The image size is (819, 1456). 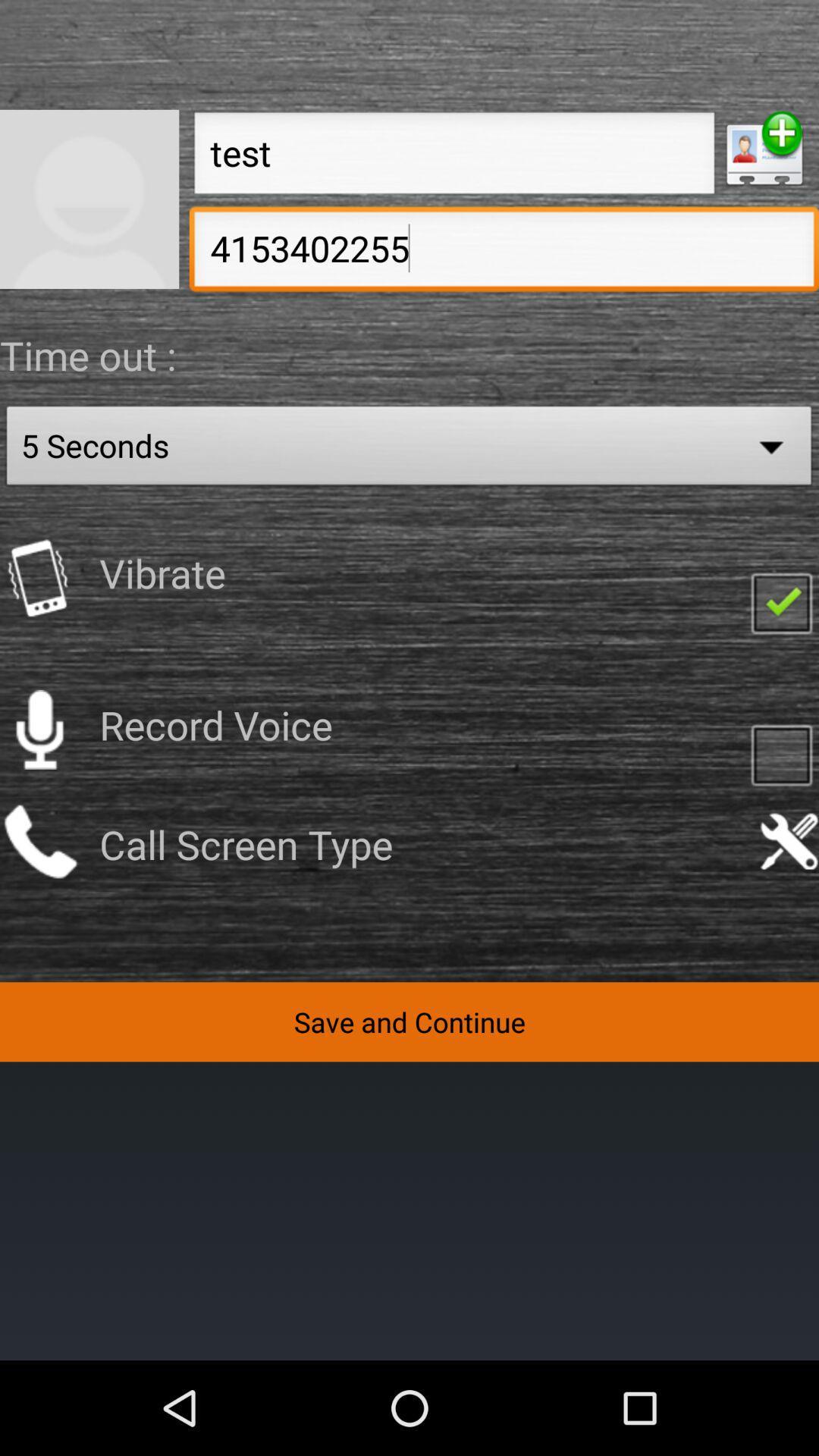 What do you see at coordinates (39, 730) in the screenshot?
I see `swtich on record voice` at bounding box center [39, 730].